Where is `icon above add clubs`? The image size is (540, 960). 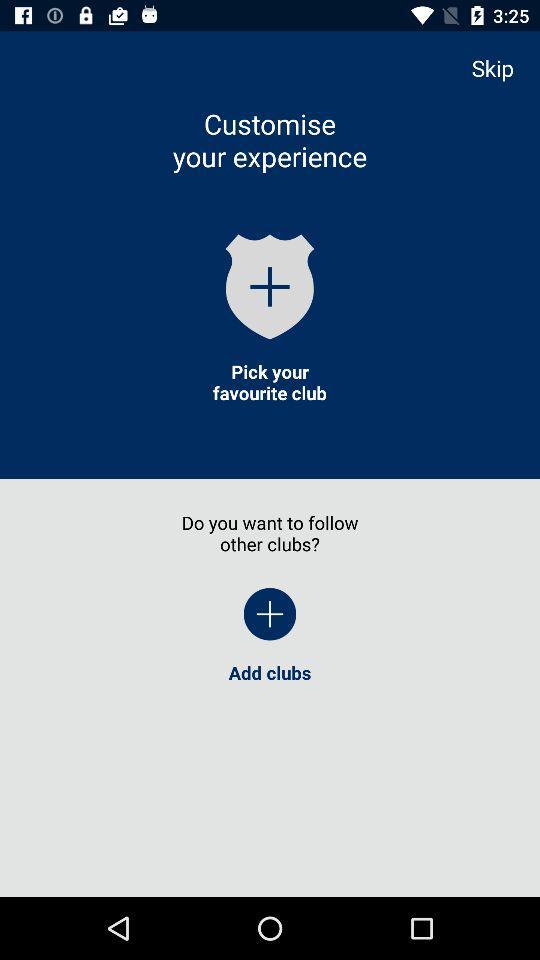 icon above add clubs is located at coordinates (270, 613).